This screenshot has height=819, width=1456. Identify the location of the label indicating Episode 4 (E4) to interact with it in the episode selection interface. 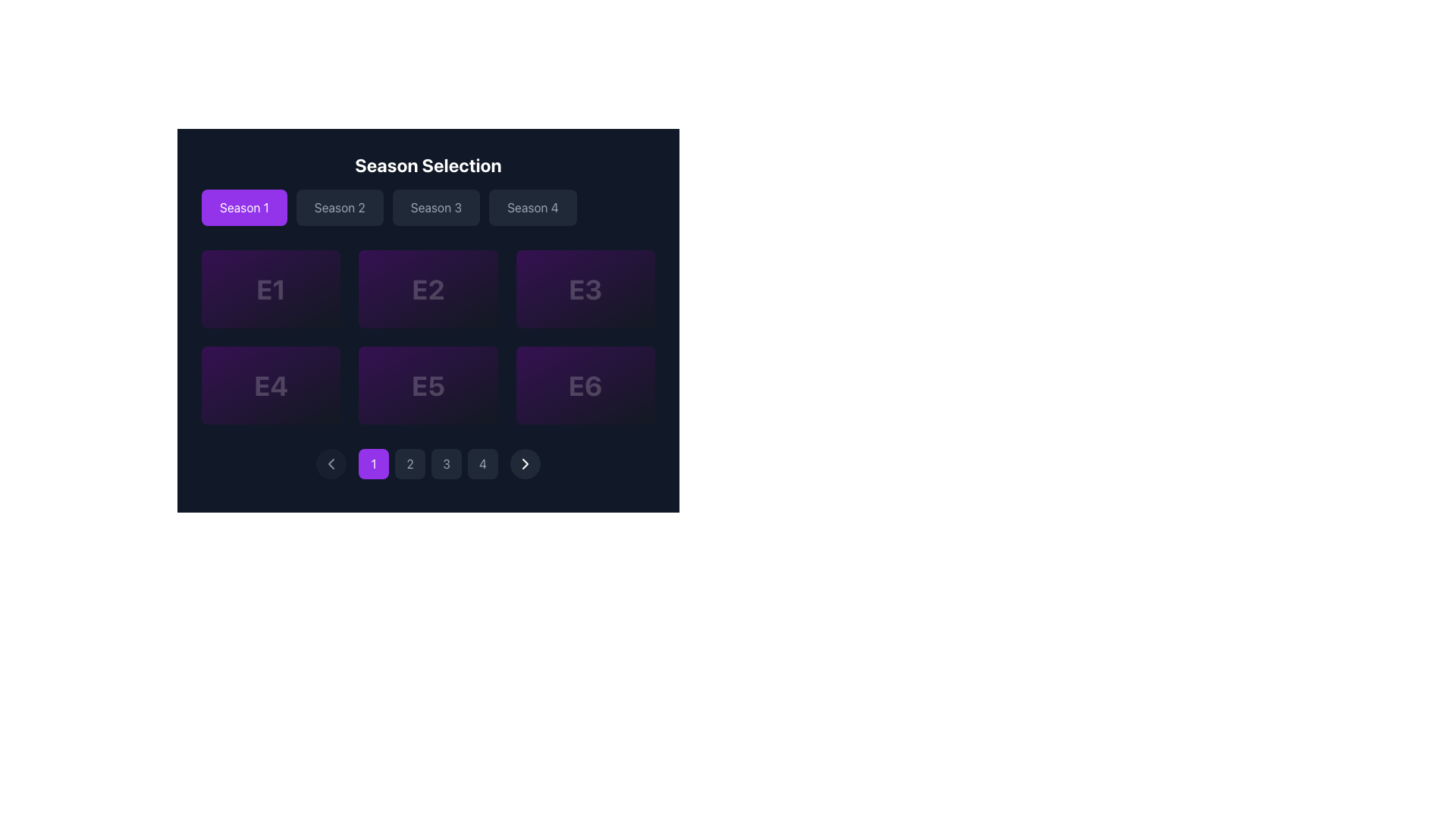
(271, 384).